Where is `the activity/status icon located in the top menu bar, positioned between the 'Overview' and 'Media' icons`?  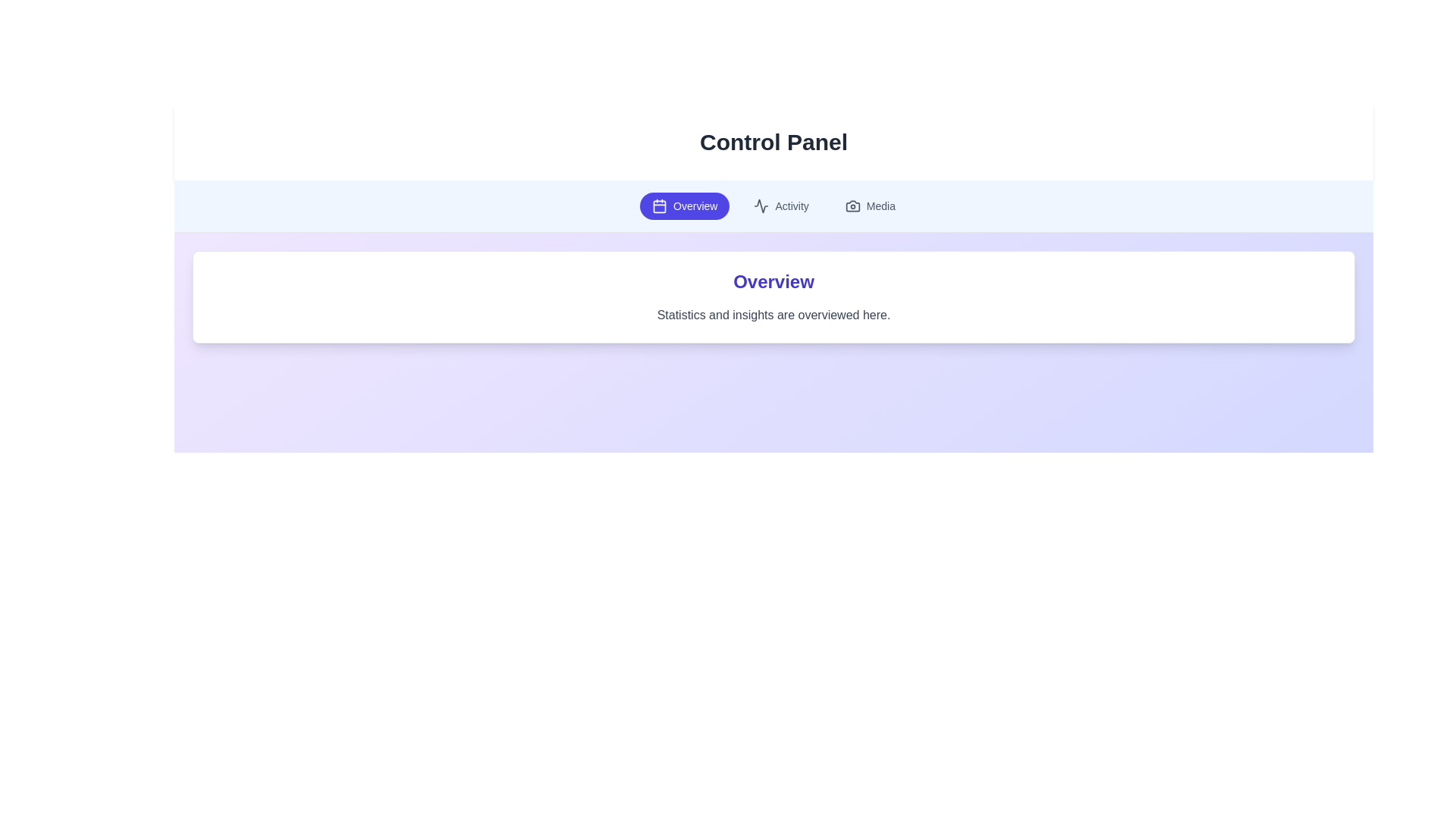
the activity/status icon located in the top menu bar, positioned between the 'Overview' and 'Media' icons is located at coordinates (761, 206).